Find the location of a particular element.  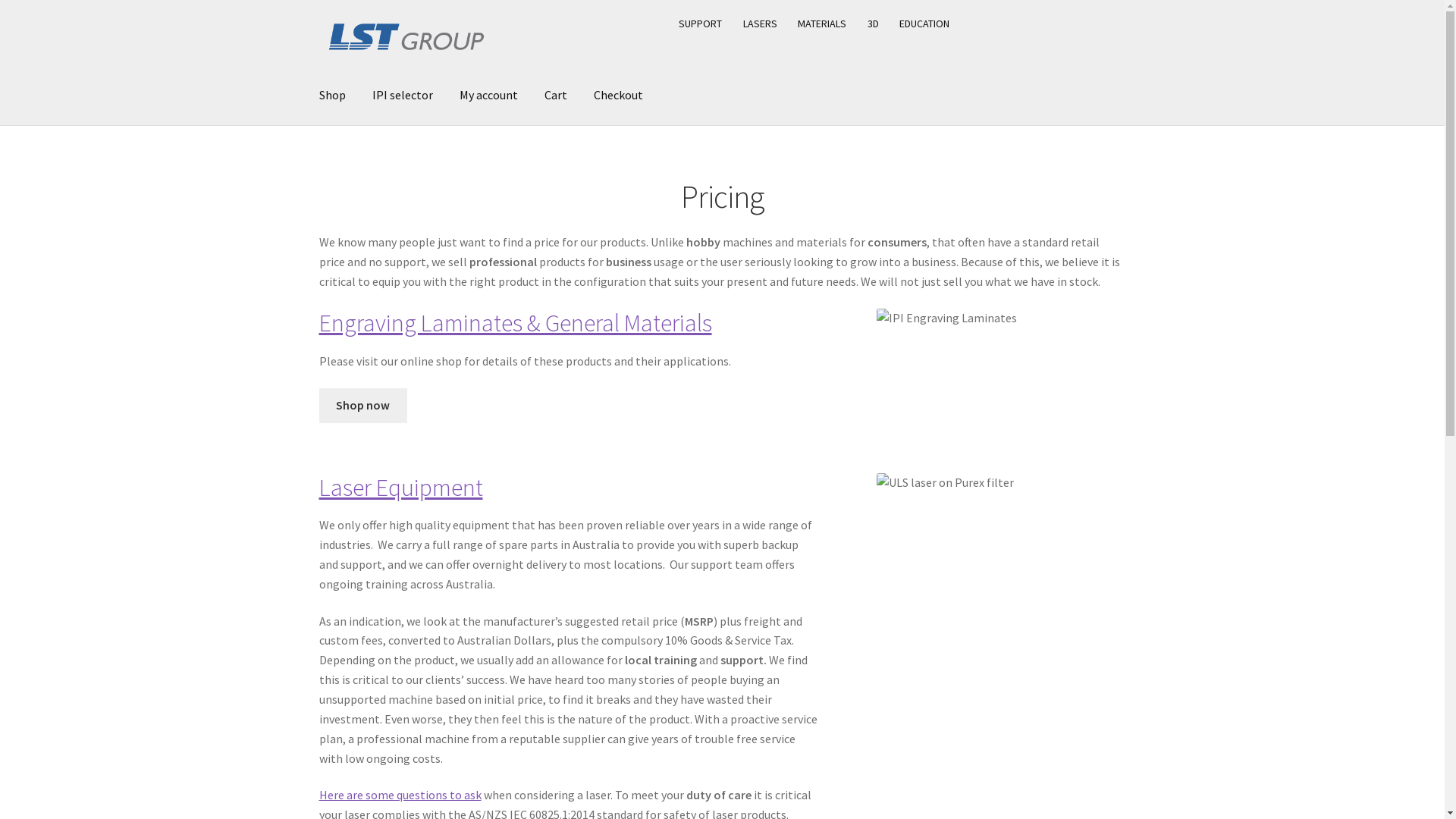

'Here are some questions to ask' is located at coordinates (400, 794).